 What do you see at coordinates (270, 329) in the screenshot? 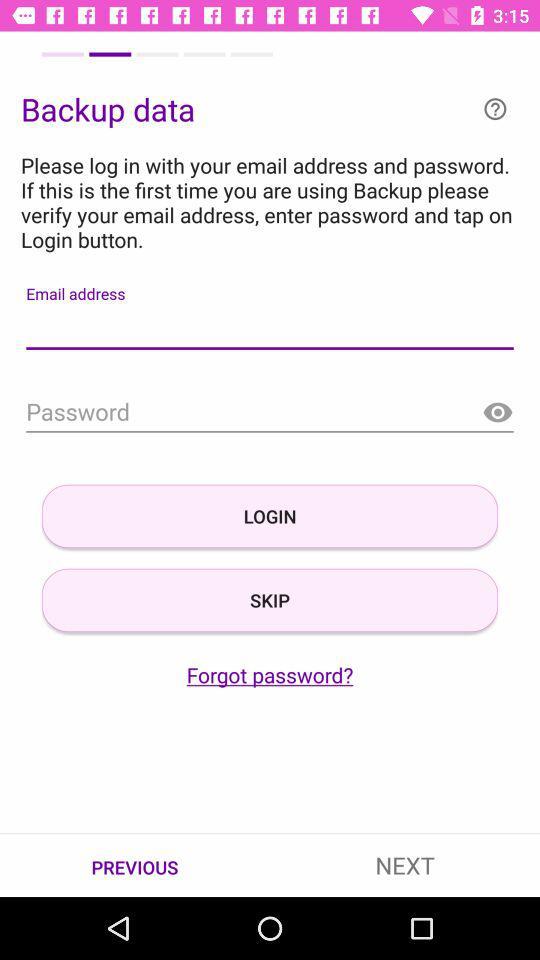
I see `blank space` at bounding box center [270, 329].